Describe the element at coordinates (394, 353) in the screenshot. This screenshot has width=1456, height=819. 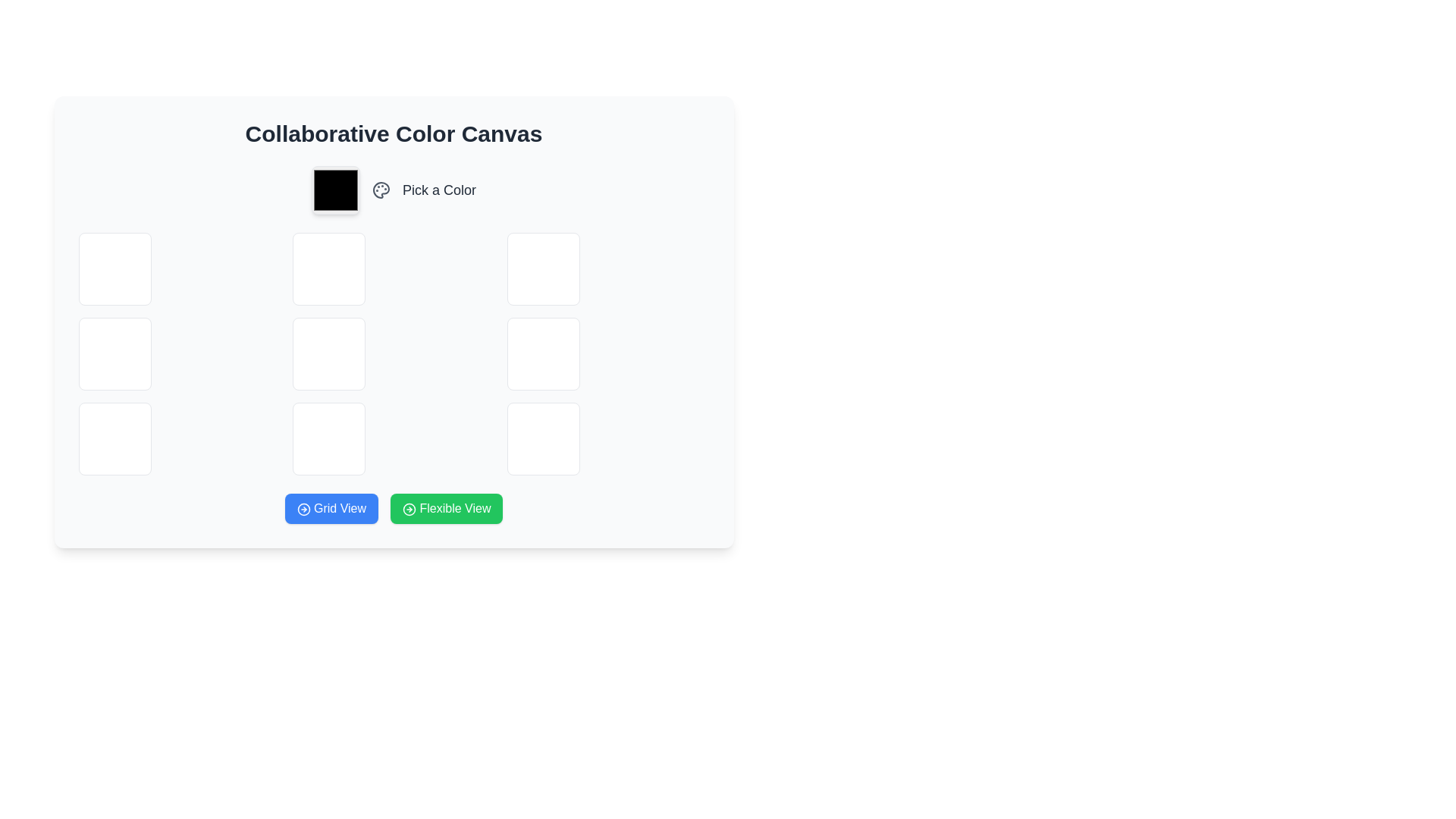
I see `the central grid element of the Collaborative Color Canvas` at that location.